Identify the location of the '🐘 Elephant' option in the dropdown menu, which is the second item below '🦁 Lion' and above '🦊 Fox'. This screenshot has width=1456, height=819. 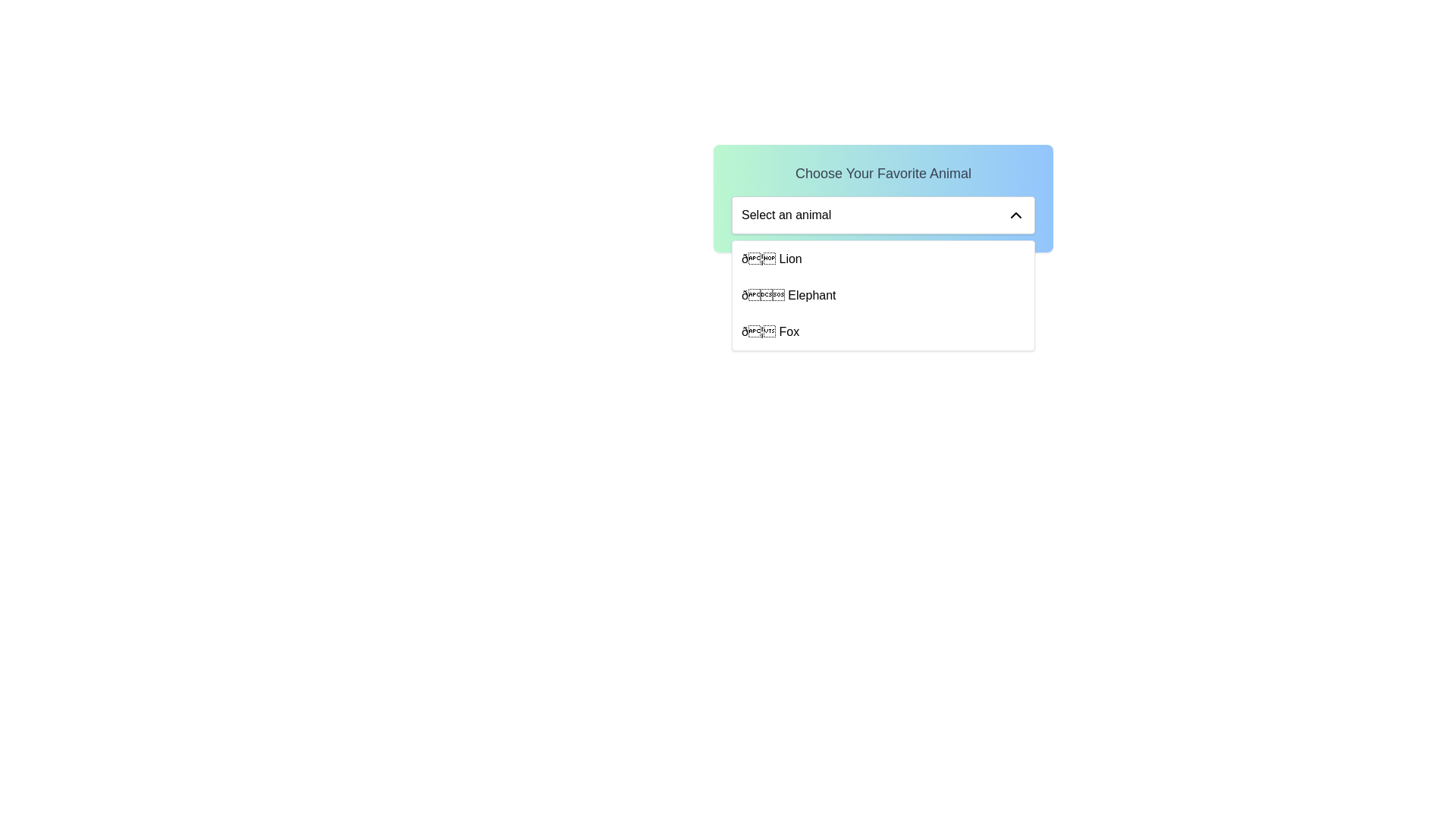
(883, 295).